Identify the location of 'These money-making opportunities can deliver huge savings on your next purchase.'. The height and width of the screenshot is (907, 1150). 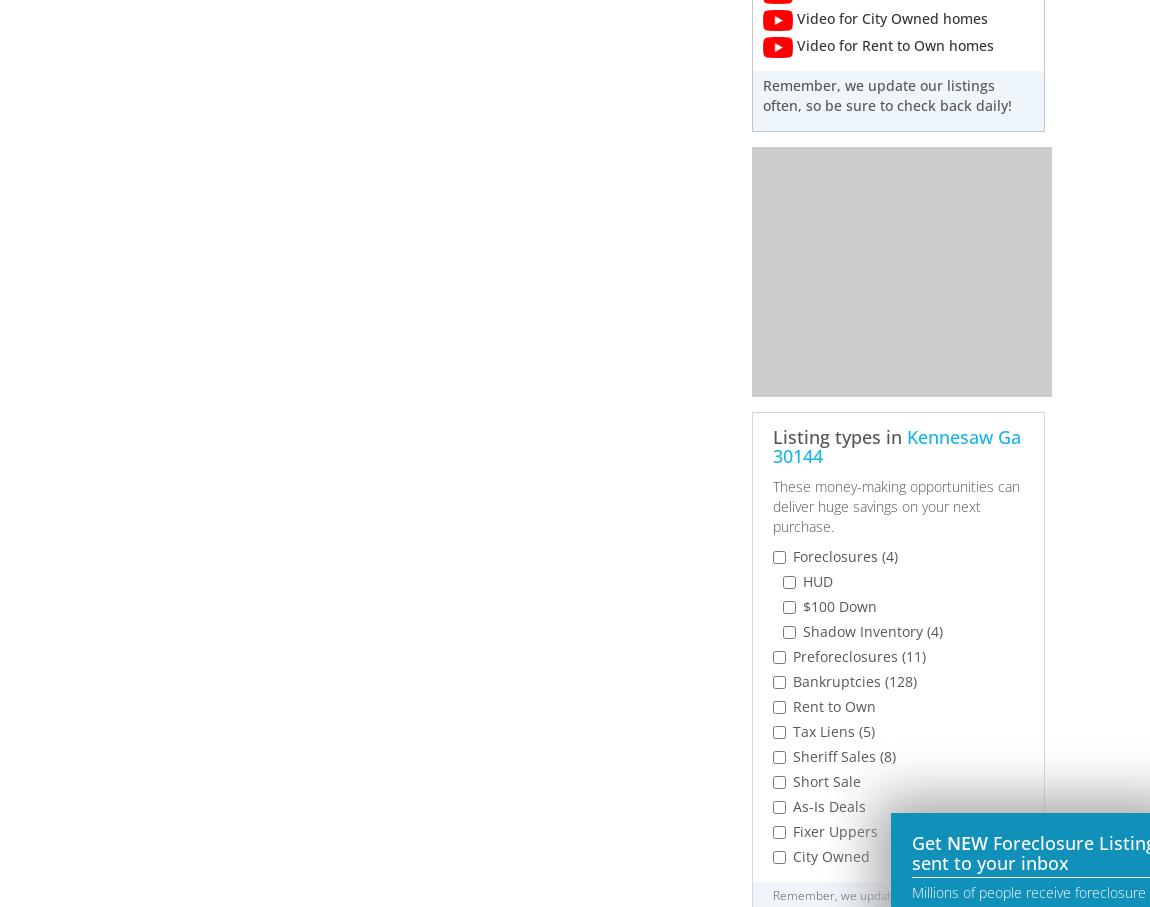
(895, 505).